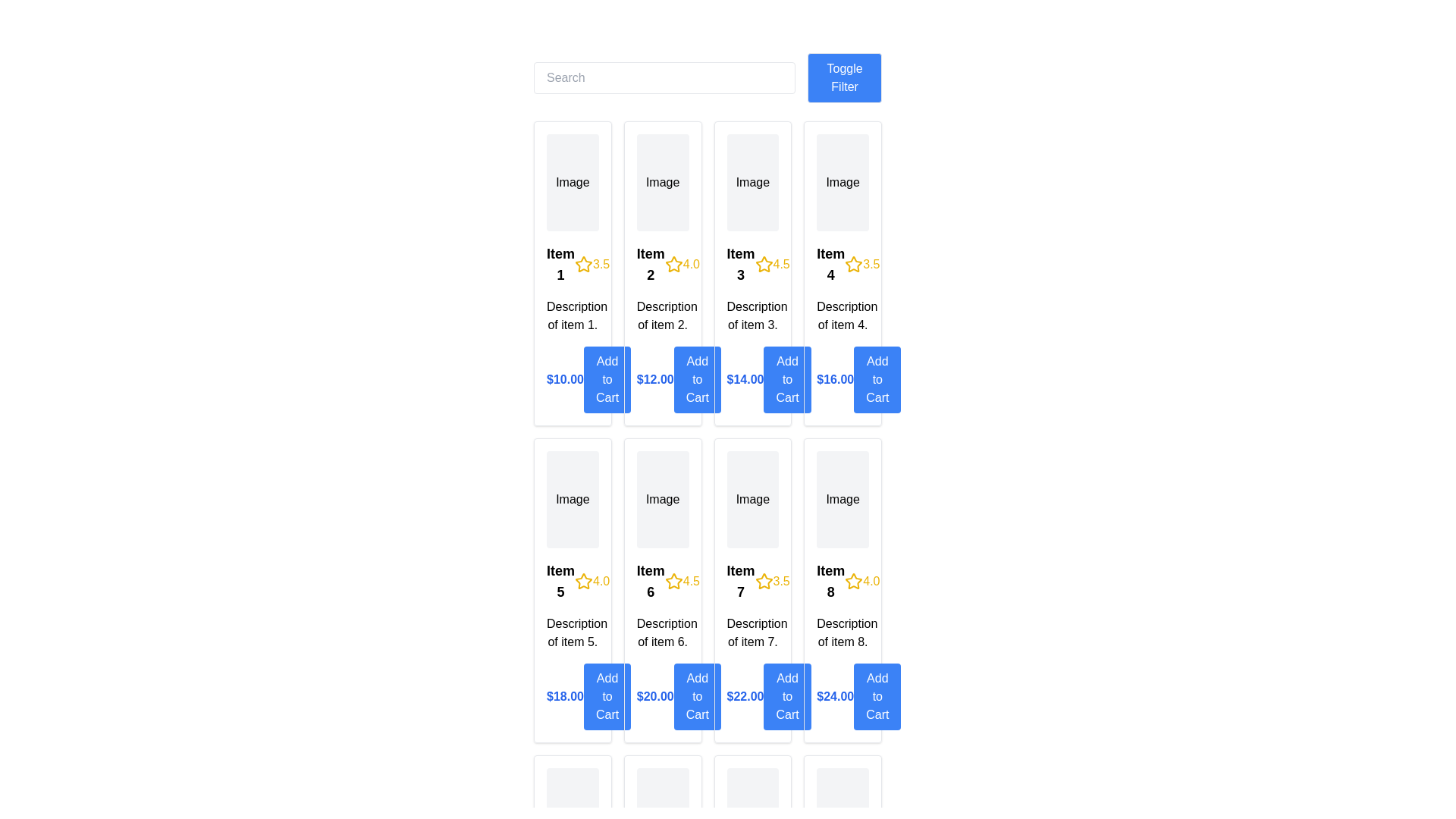 This screenshot has height=819, width=1456. Describe the element at coordinates (752, 632) in the screenshot. I see `the static text element that provides a description for 'Item 7', located below the 'Item 7' title in the grid layout` at that location.